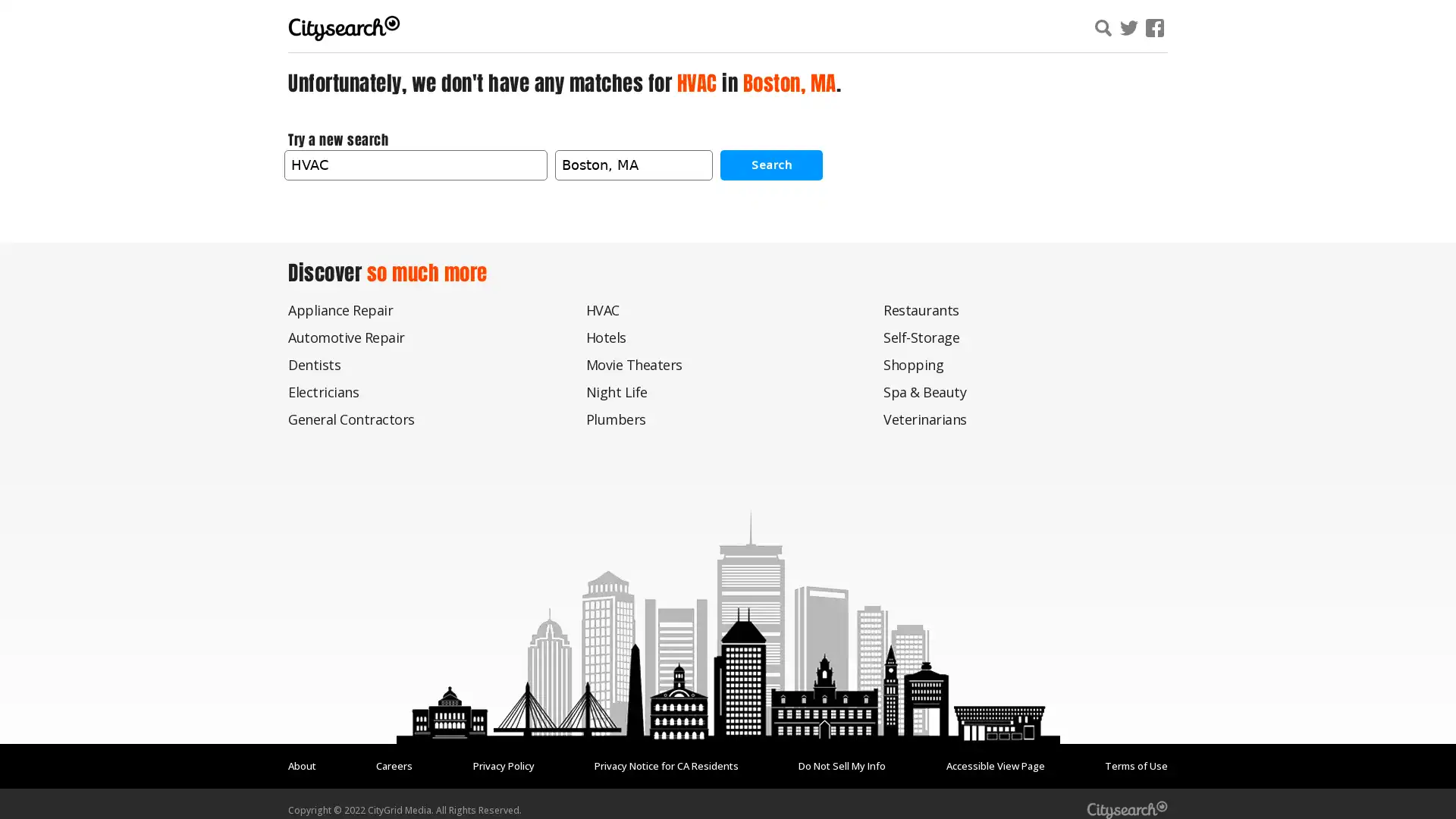  Describe the element at coordinates (771, 164) in the screenshot. I see `Search` at that location.